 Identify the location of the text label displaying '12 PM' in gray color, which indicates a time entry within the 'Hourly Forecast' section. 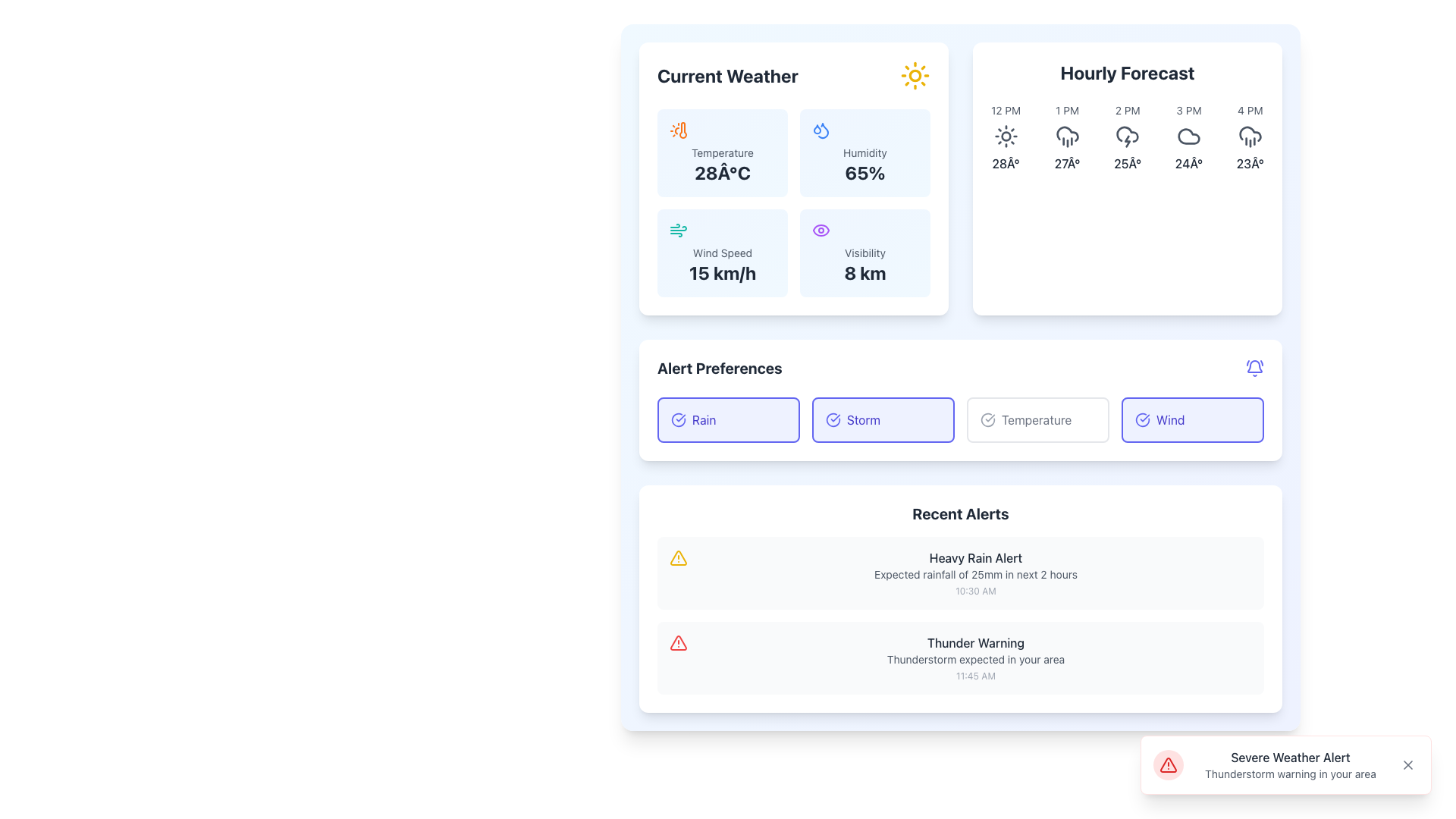
(1006, 110).